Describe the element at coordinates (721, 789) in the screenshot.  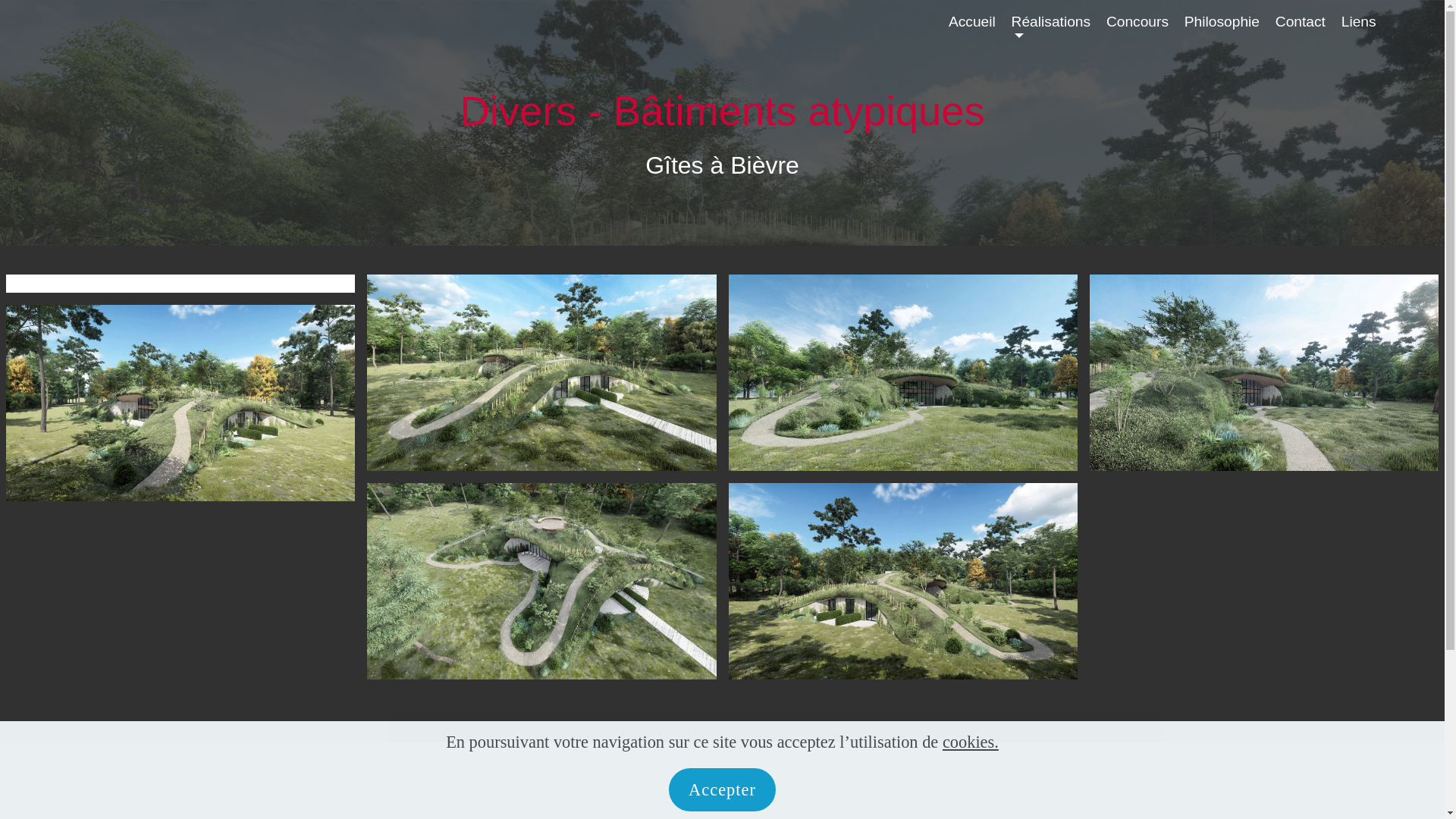
I see `'Accepter'` at that location.